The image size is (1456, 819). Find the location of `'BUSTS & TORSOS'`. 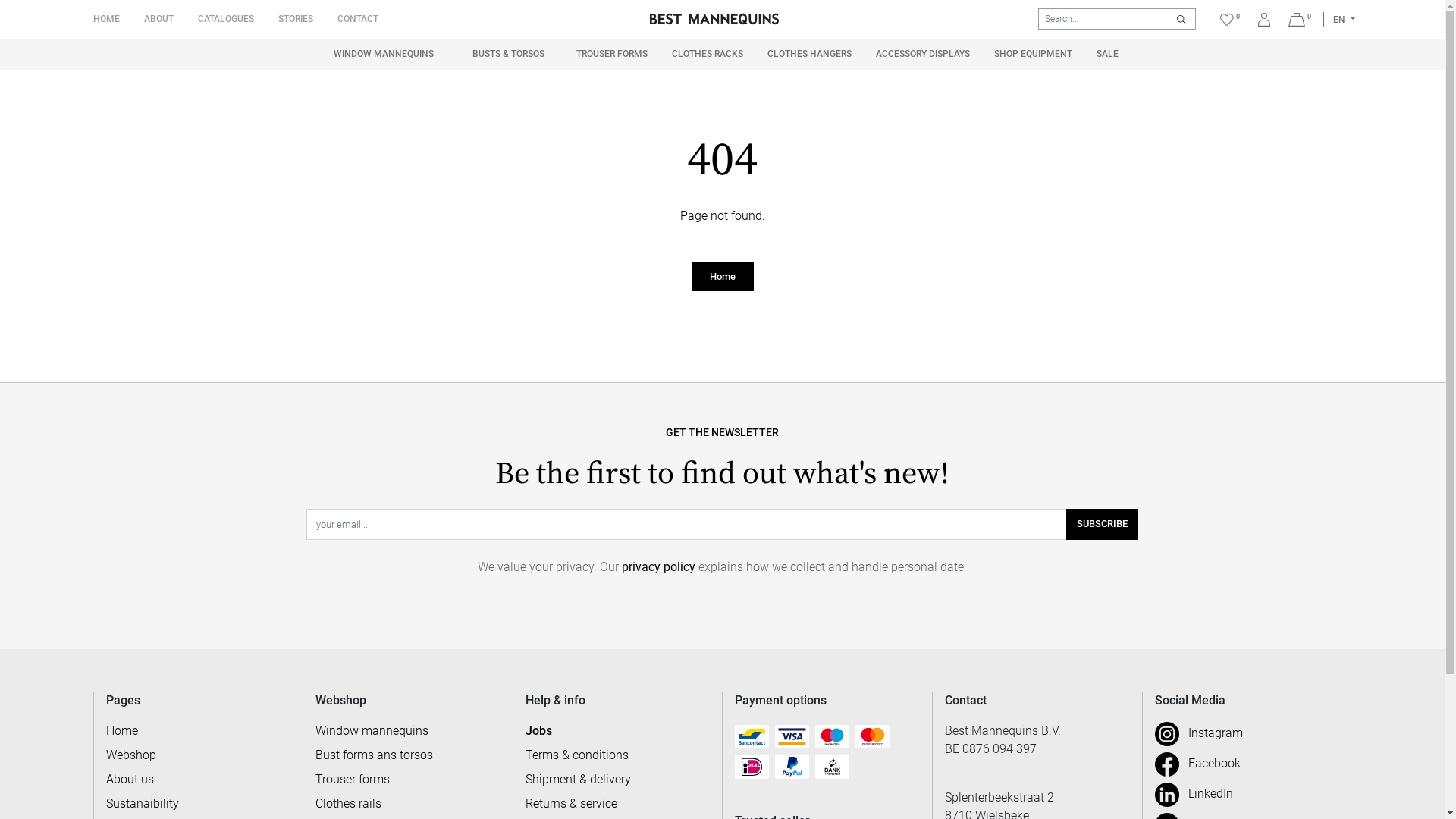

'BUSTS & TORSOS' is located at coordinates (508, 53).